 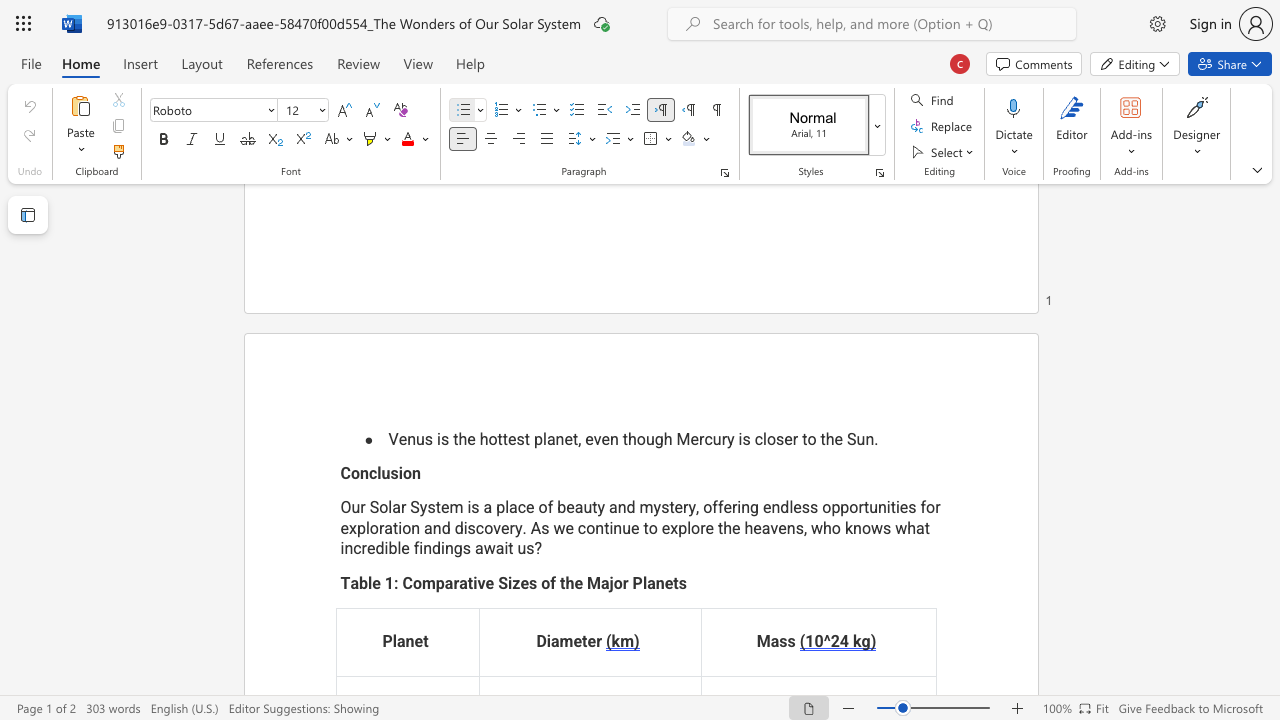 I want to click on the space between the continuous character "V" and "e" in the text, so click(x=398, y=438).